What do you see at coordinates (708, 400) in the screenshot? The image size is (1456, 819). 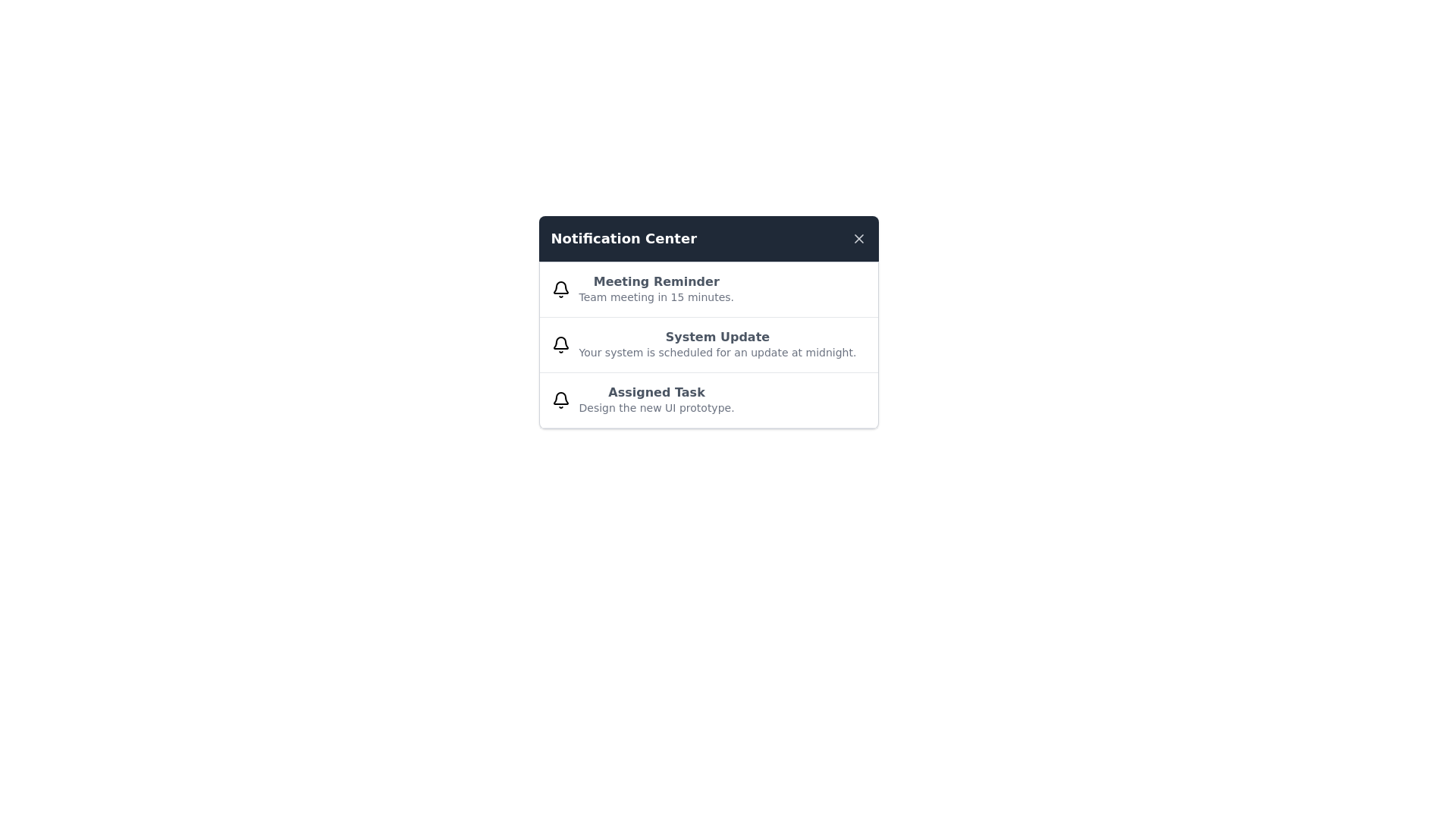 I see `the notification item titled 'Assigned Task' with the description 'Design the new UI prototype'` at bounding box center [708, 400].